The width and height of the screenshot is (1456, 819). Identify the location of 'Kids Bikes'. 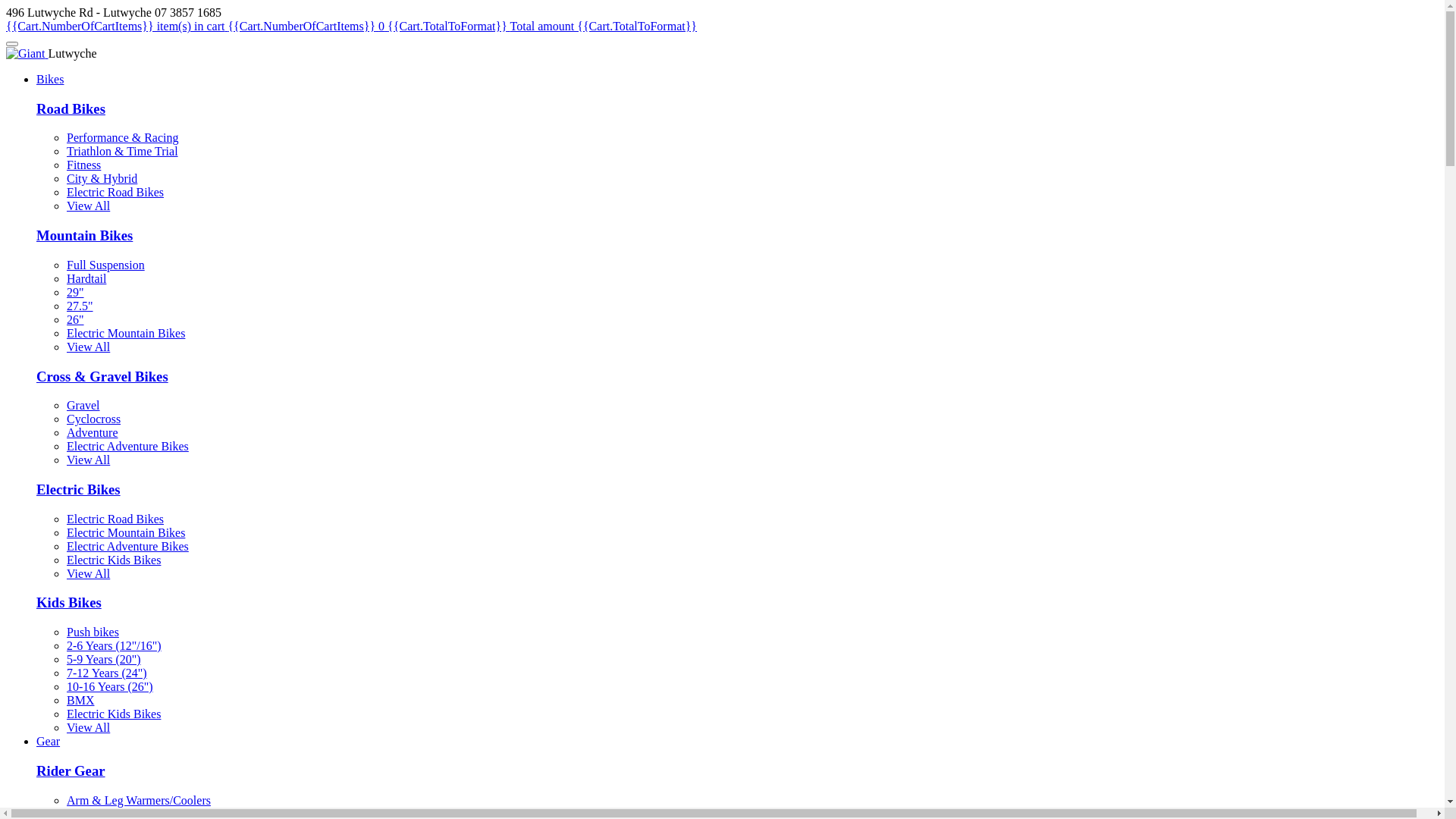
(36, 601).